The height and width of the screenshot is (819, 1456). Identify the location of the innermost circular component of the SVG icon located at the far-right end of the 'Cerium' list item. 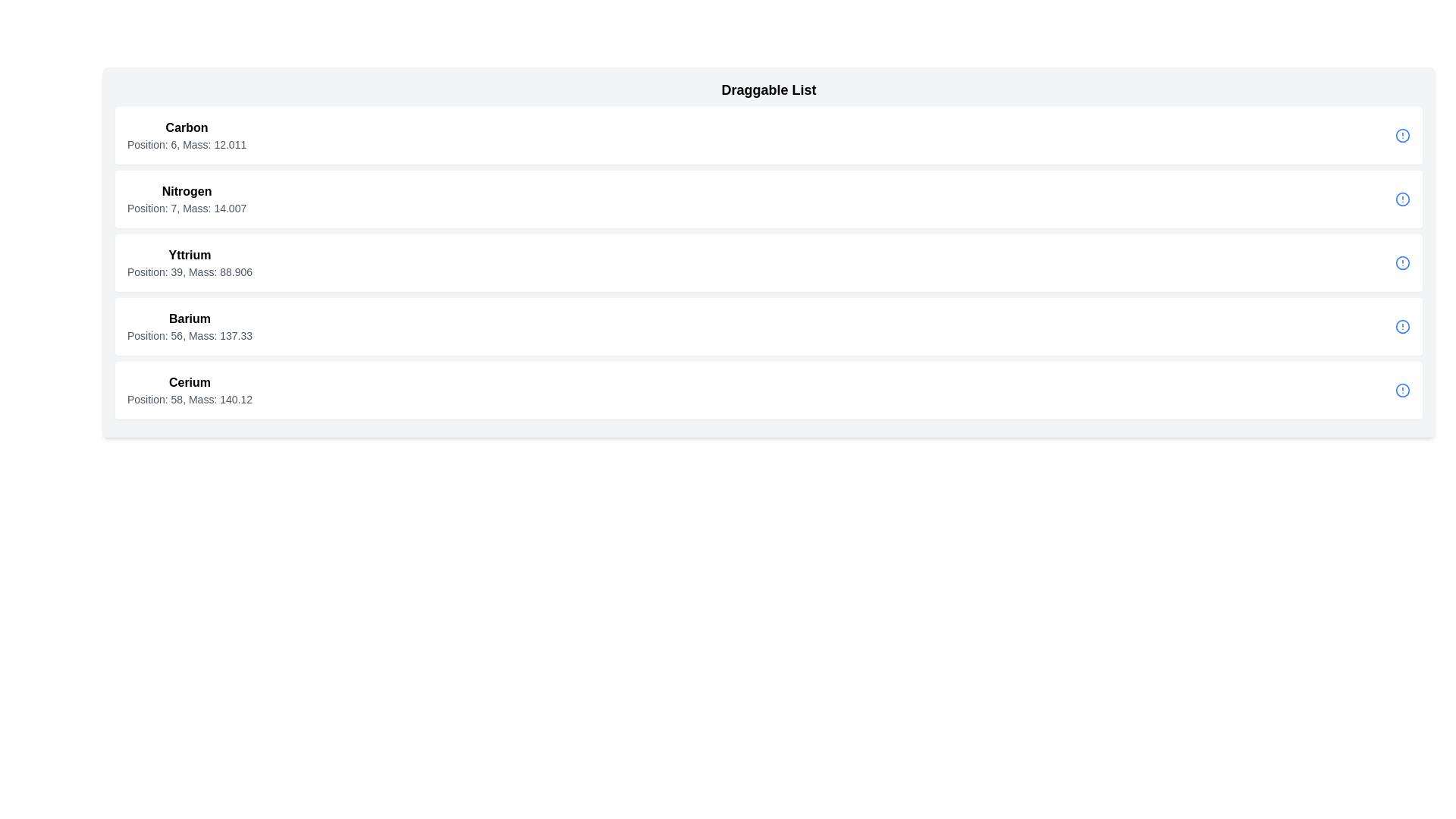
(1401, 388).